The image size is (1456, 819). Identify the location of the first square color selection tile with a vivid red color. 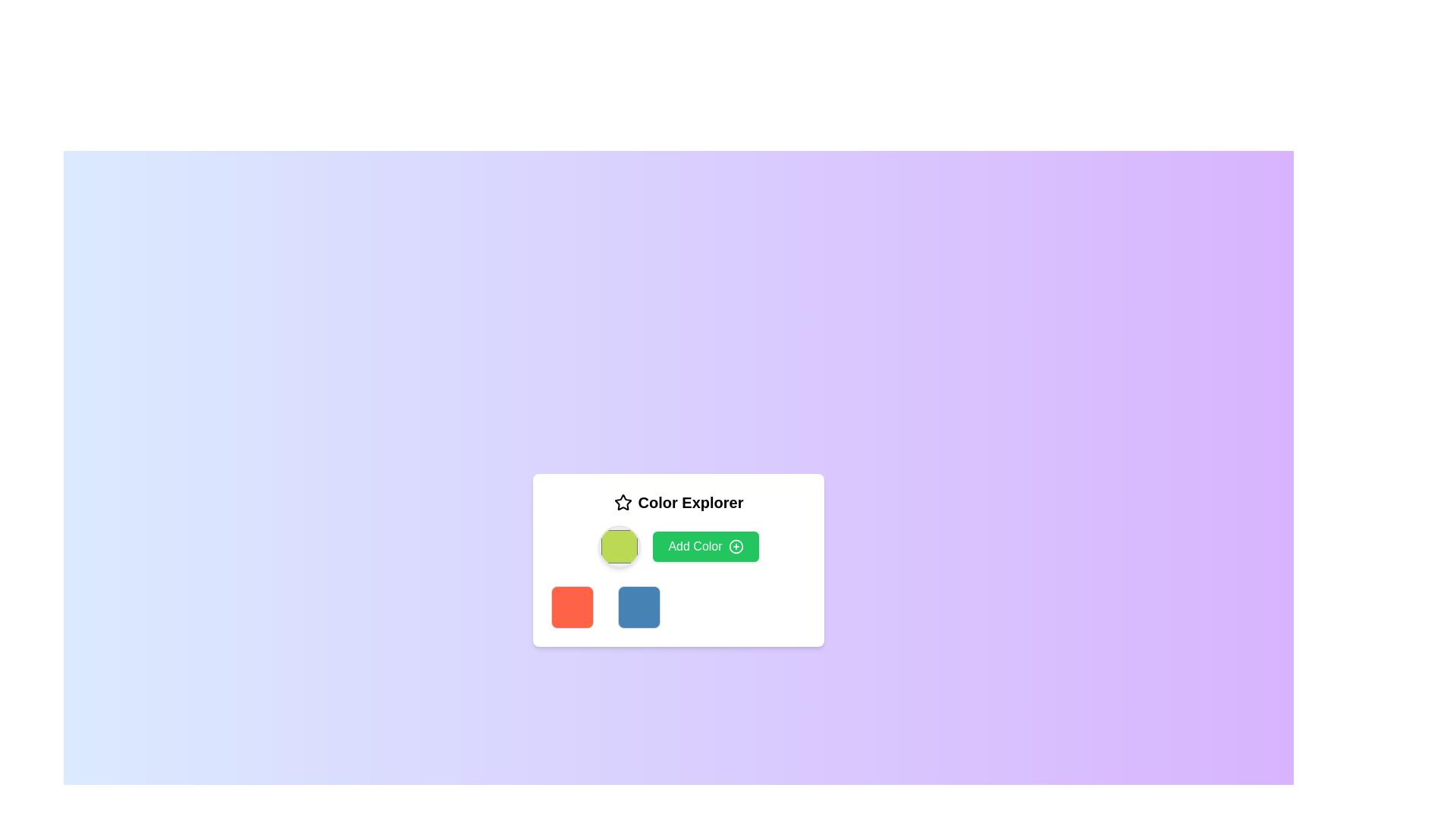
(571, 607).